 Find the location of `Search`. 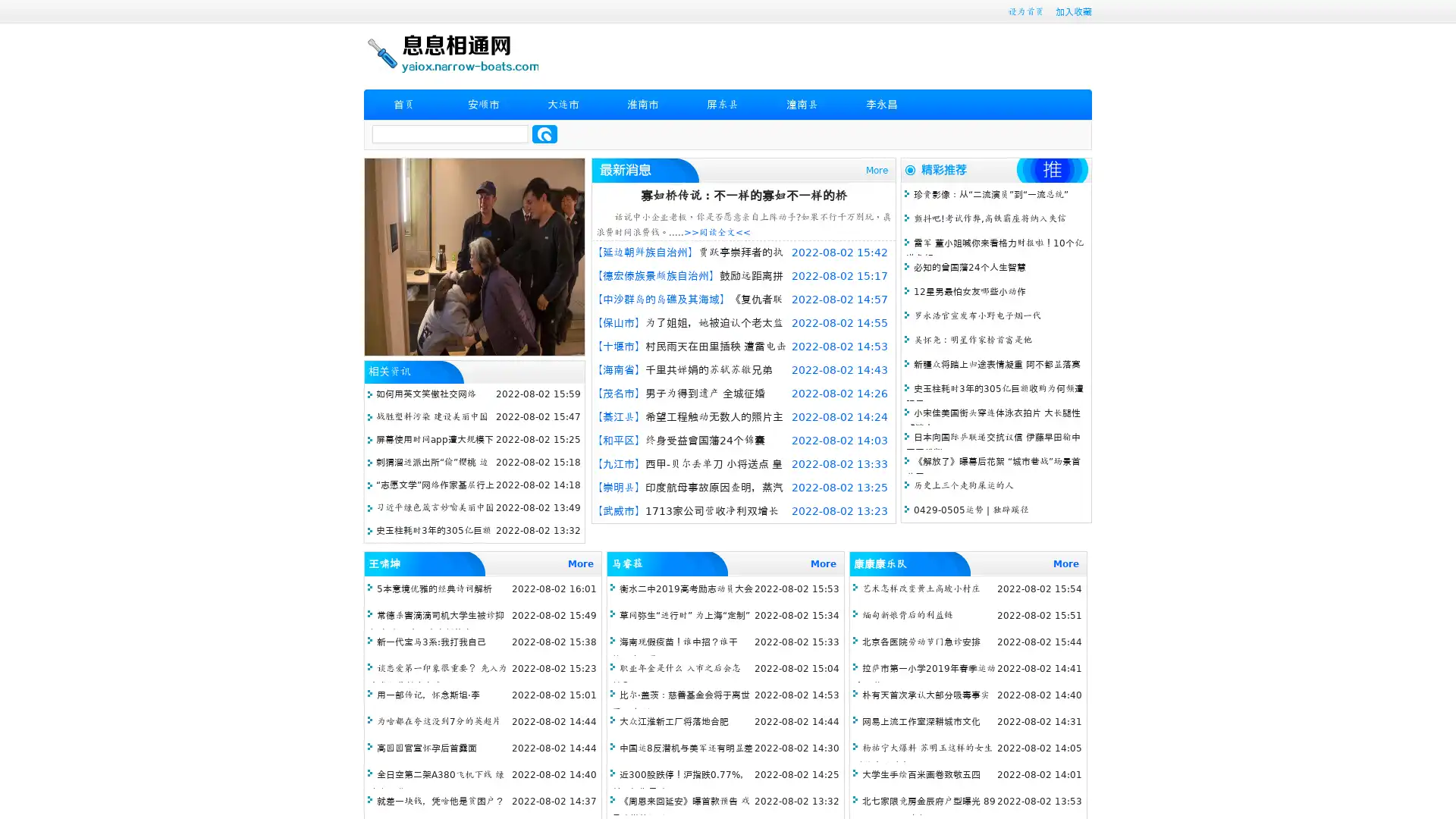

Search is located at coordinates (544, 133).